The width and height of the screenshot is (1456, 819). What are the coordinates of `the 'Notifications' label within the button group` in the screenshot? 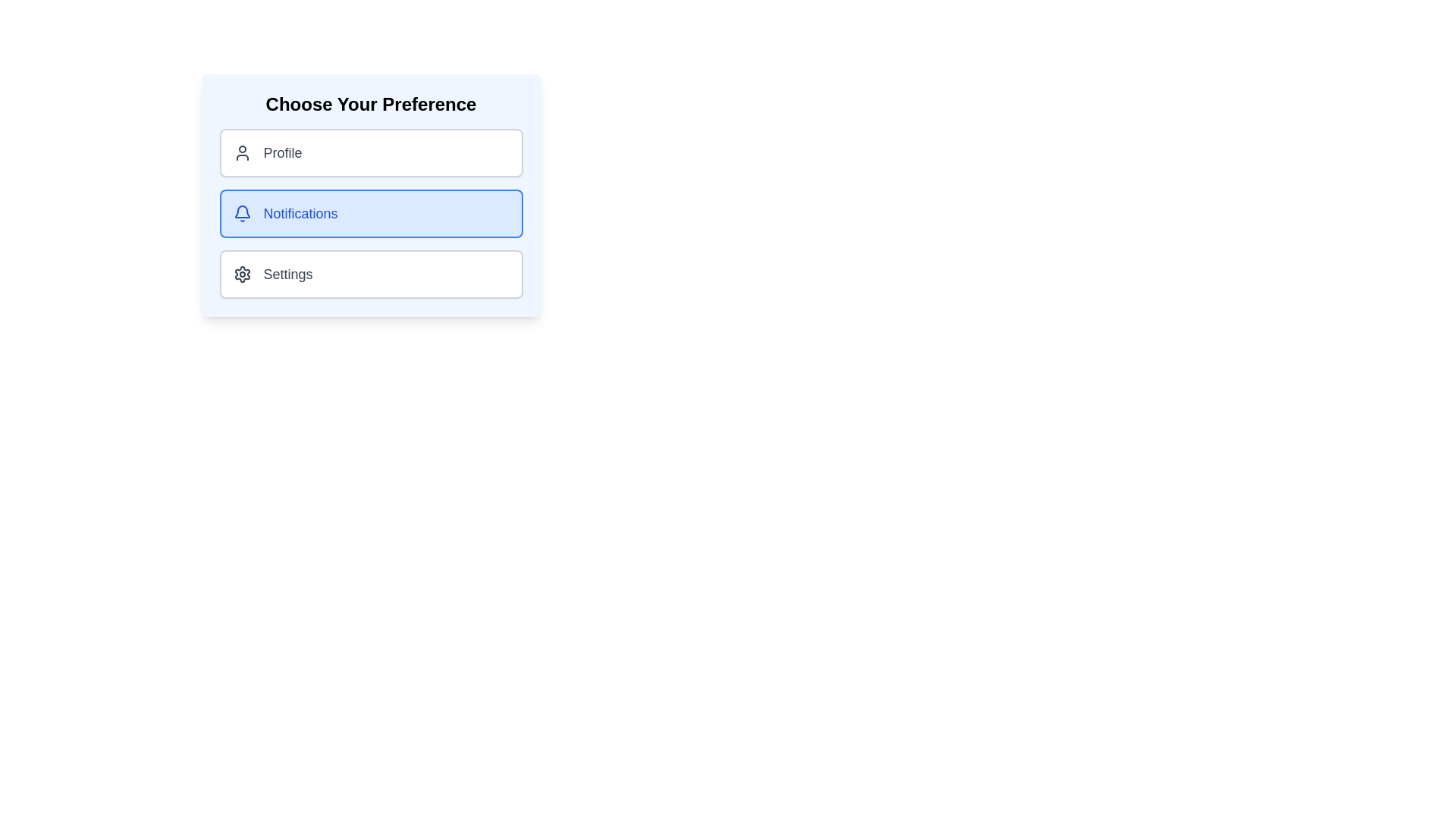 It's located at (300, 213).